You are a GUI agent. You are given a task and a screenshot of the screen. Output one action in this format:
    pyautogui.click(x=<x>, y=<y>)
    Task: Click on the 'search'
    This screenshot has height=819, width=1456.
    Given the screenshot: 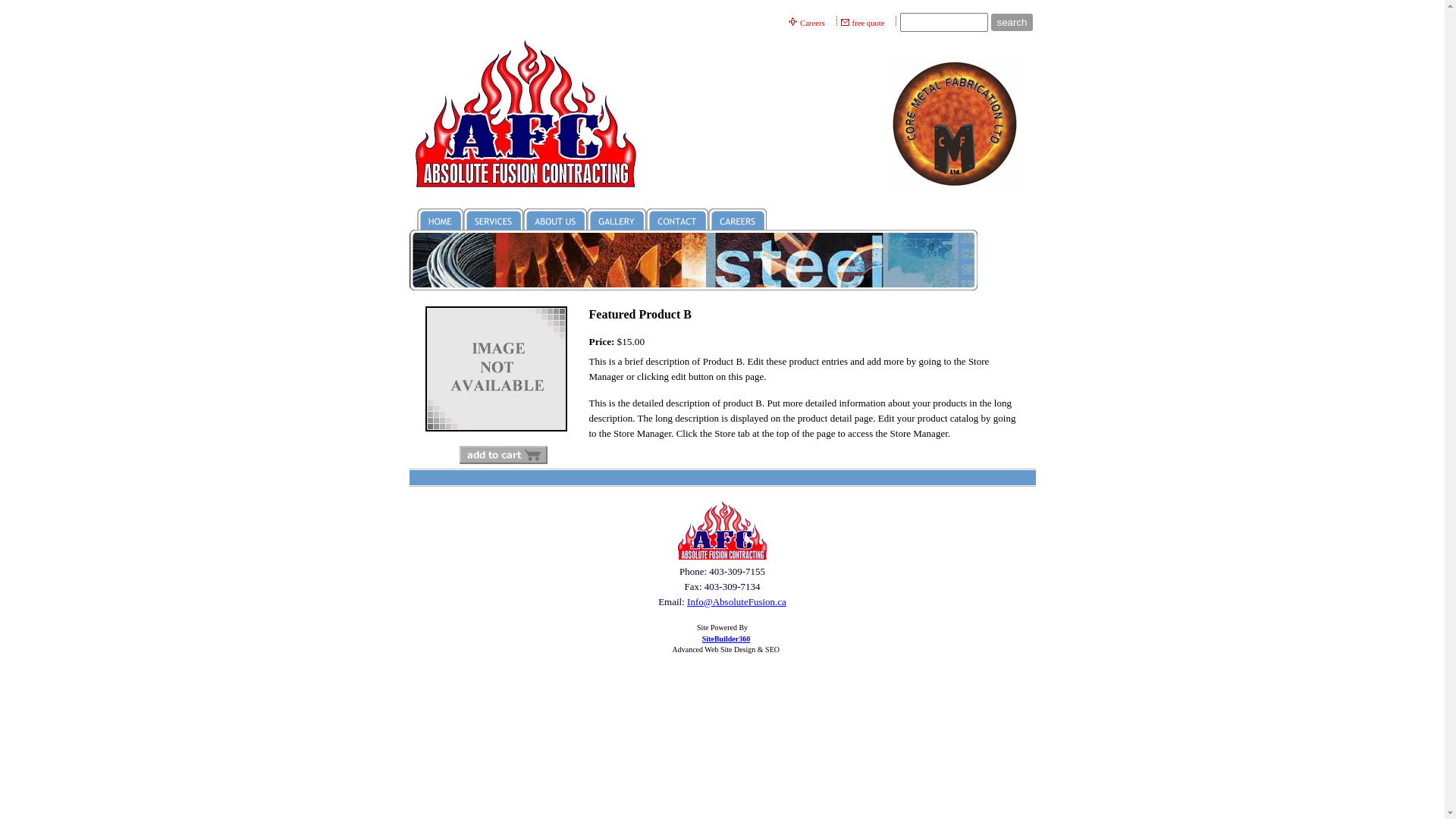 What is the action you would take?
    pyautogui.click(x=1012, y=22)
    